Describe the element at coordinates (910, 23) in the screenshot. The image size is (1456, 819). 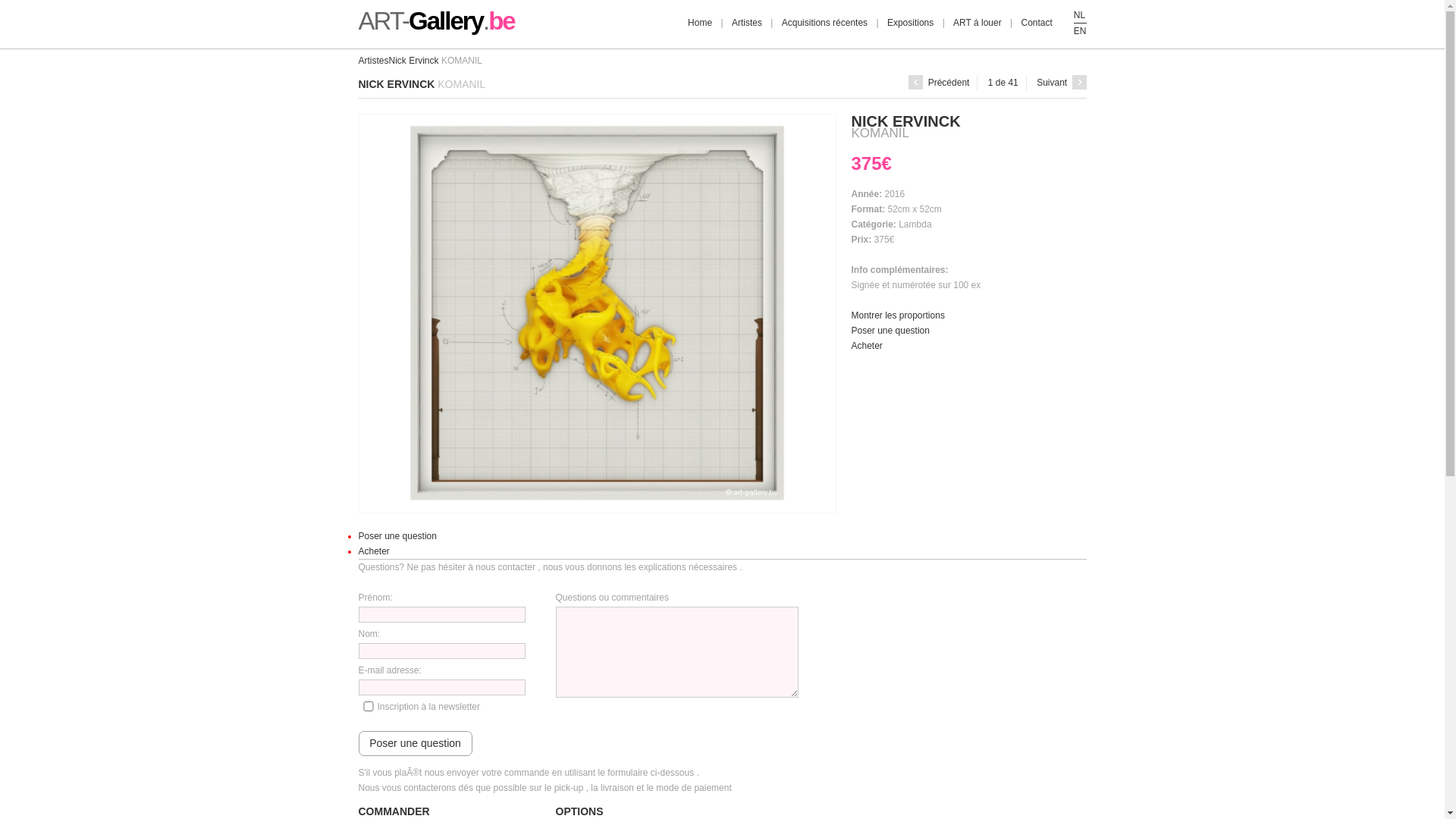
I see `'Expositions'` at that location.